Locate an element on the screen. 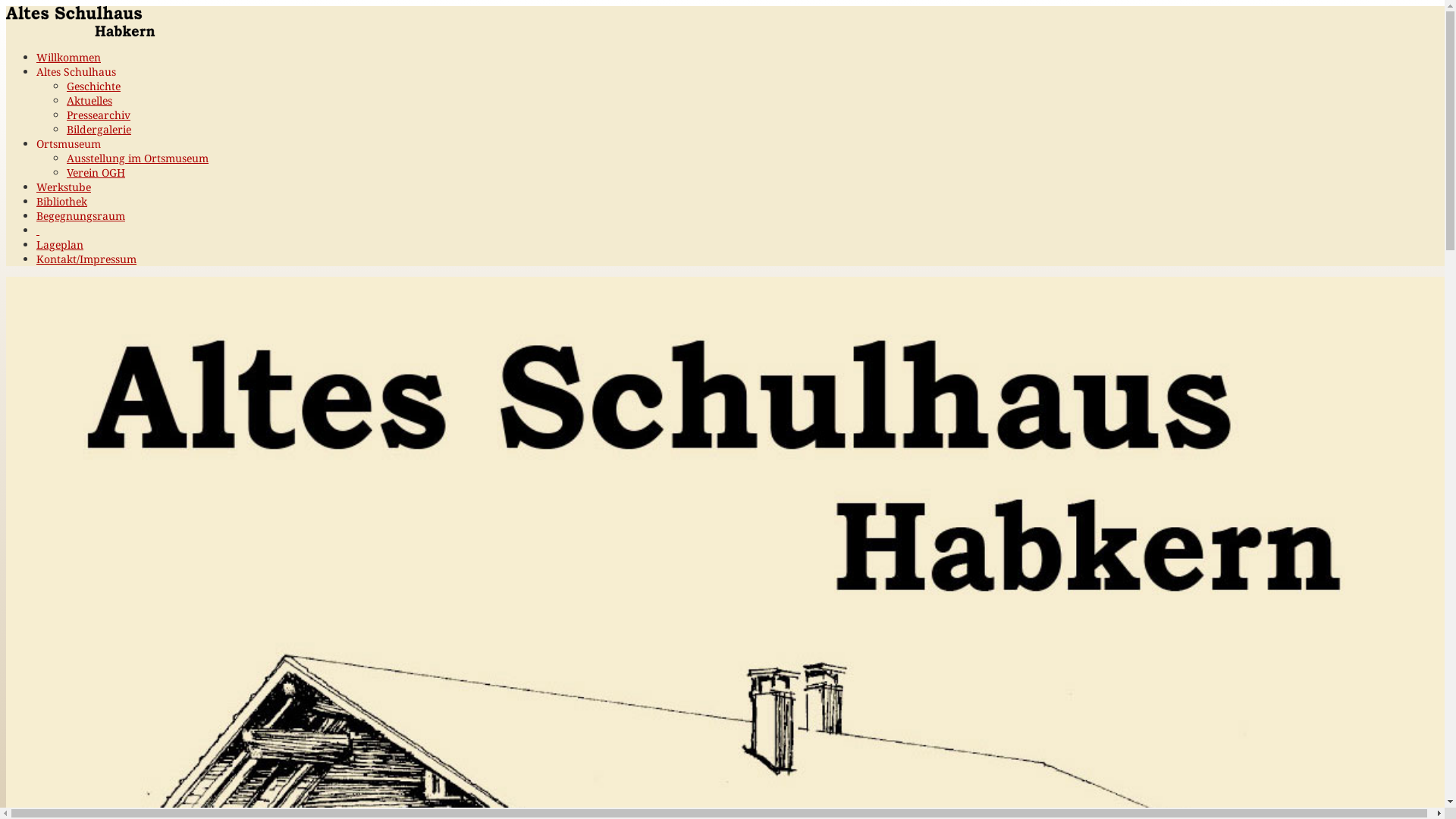 This screenshot has height=819, width=1456. 'Willkommen' is located at coordinates (67, 56).